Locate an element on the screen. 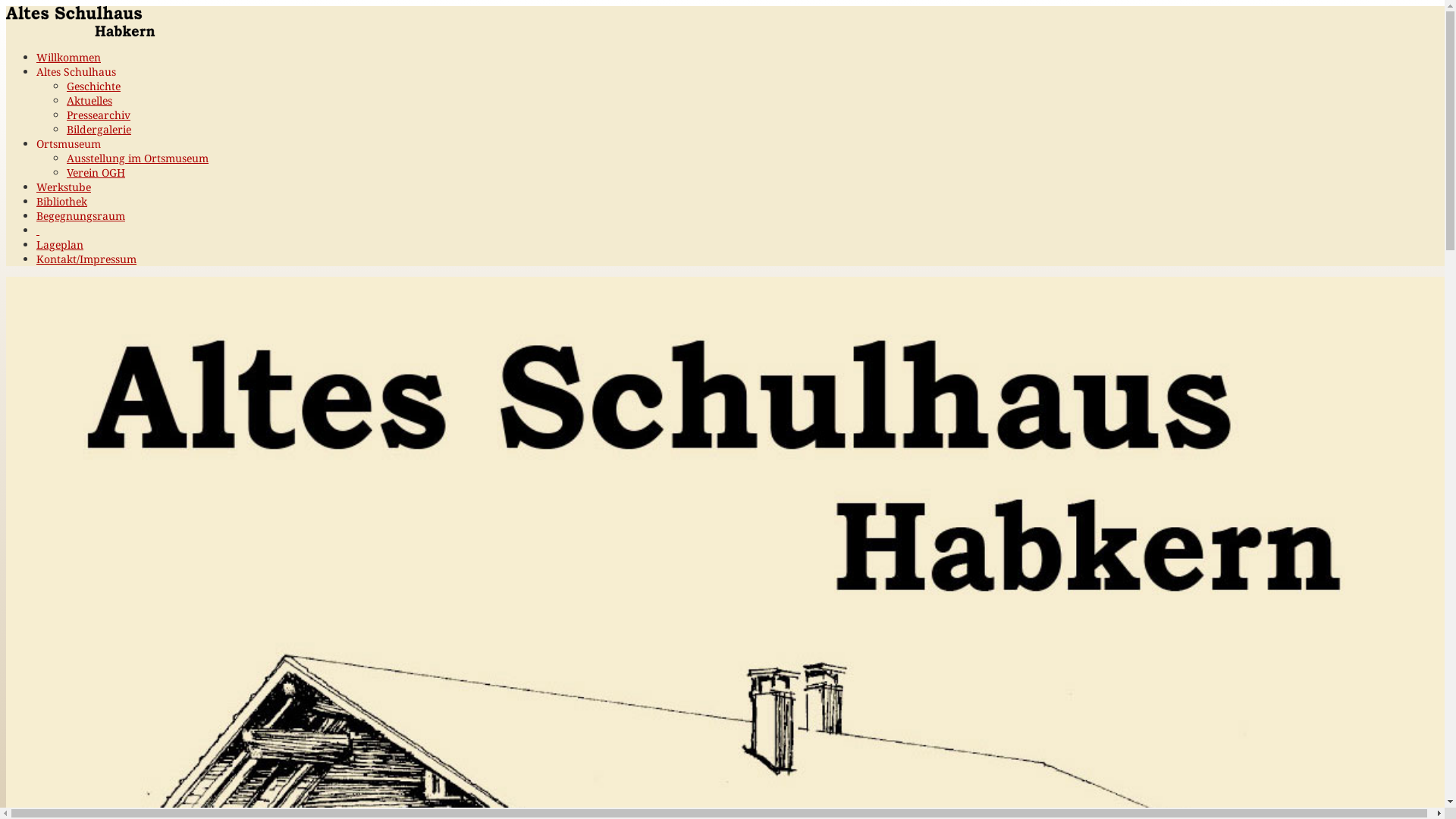 This screenshot has height=819, width=1456. 'Willkommen' is located at coordinates (67, 56).